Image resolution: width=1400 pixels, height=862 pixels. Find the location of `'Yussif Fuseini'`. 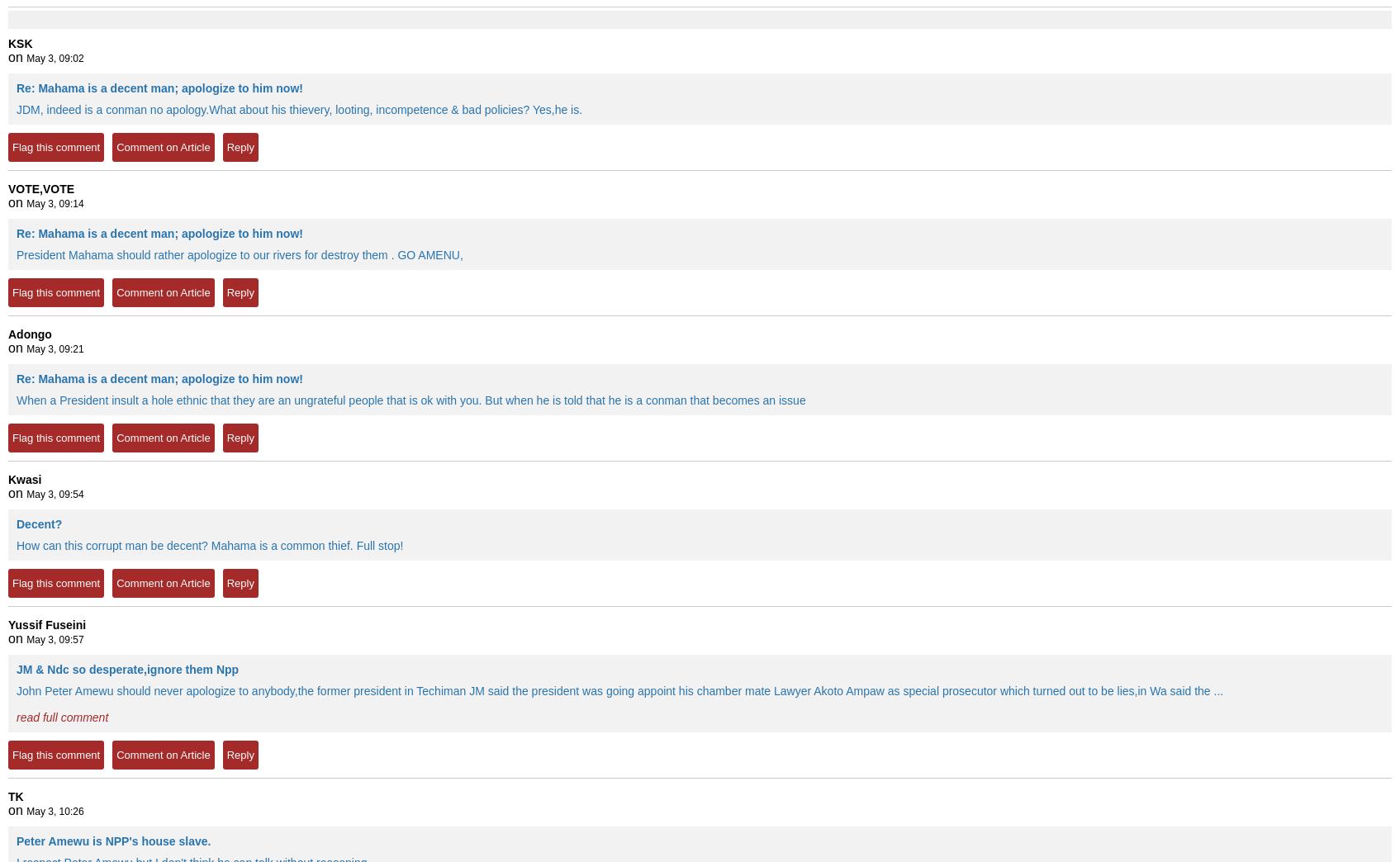

'Yussif Fuseini' is located at coordinates (46, 625).